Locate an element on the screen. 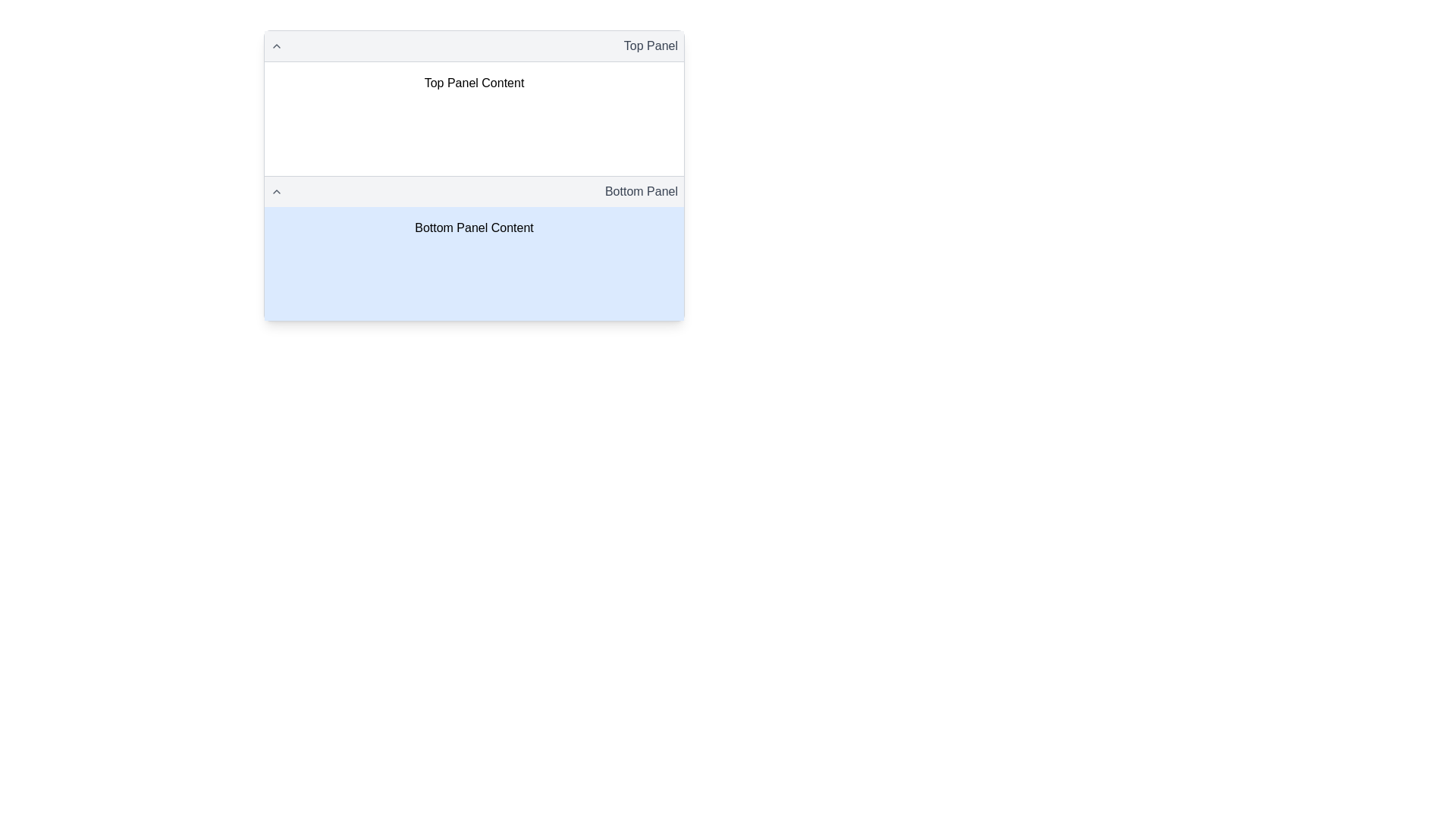 The height and width of the screenshot is (819, 1456). the Header bar located at the top of the layout is located at coordinates (473, 45).